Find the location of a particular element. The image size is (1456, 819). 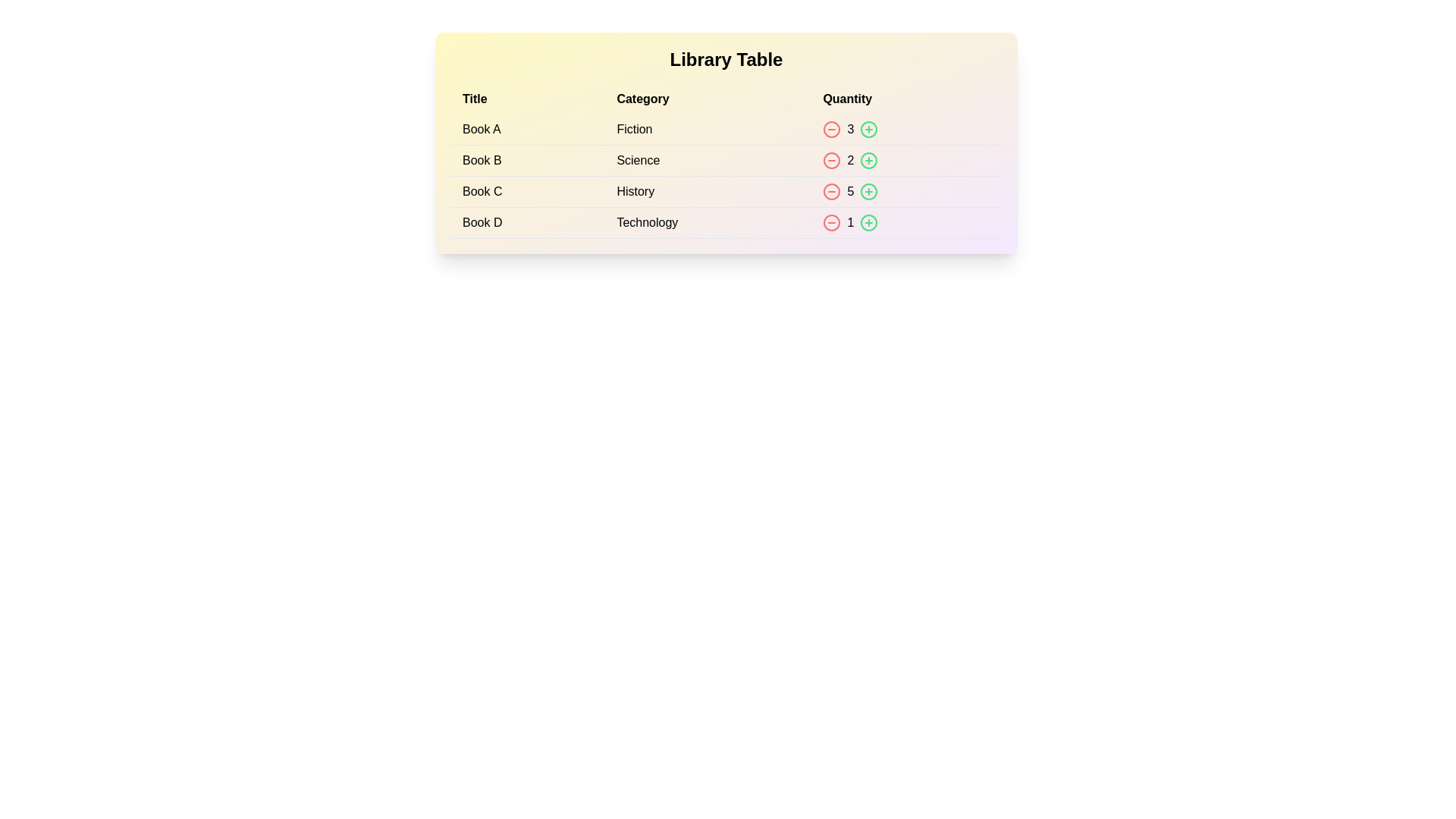

red minus button next to the book titled 'Book B' to decrease its quantity is located at coordinates (831, 161).